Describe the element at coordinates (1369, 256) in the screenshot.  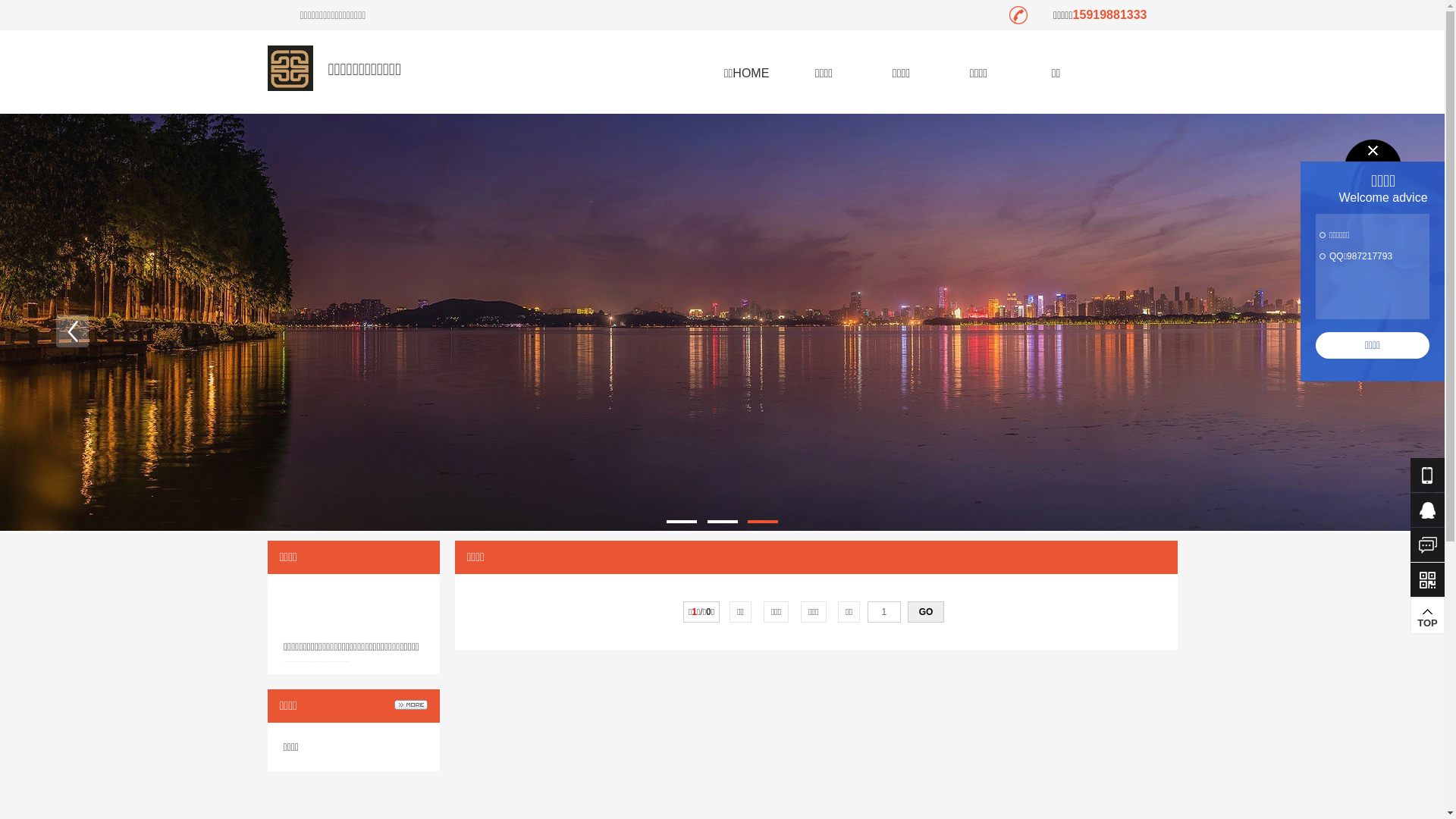
I see `'987217793'` at that location.